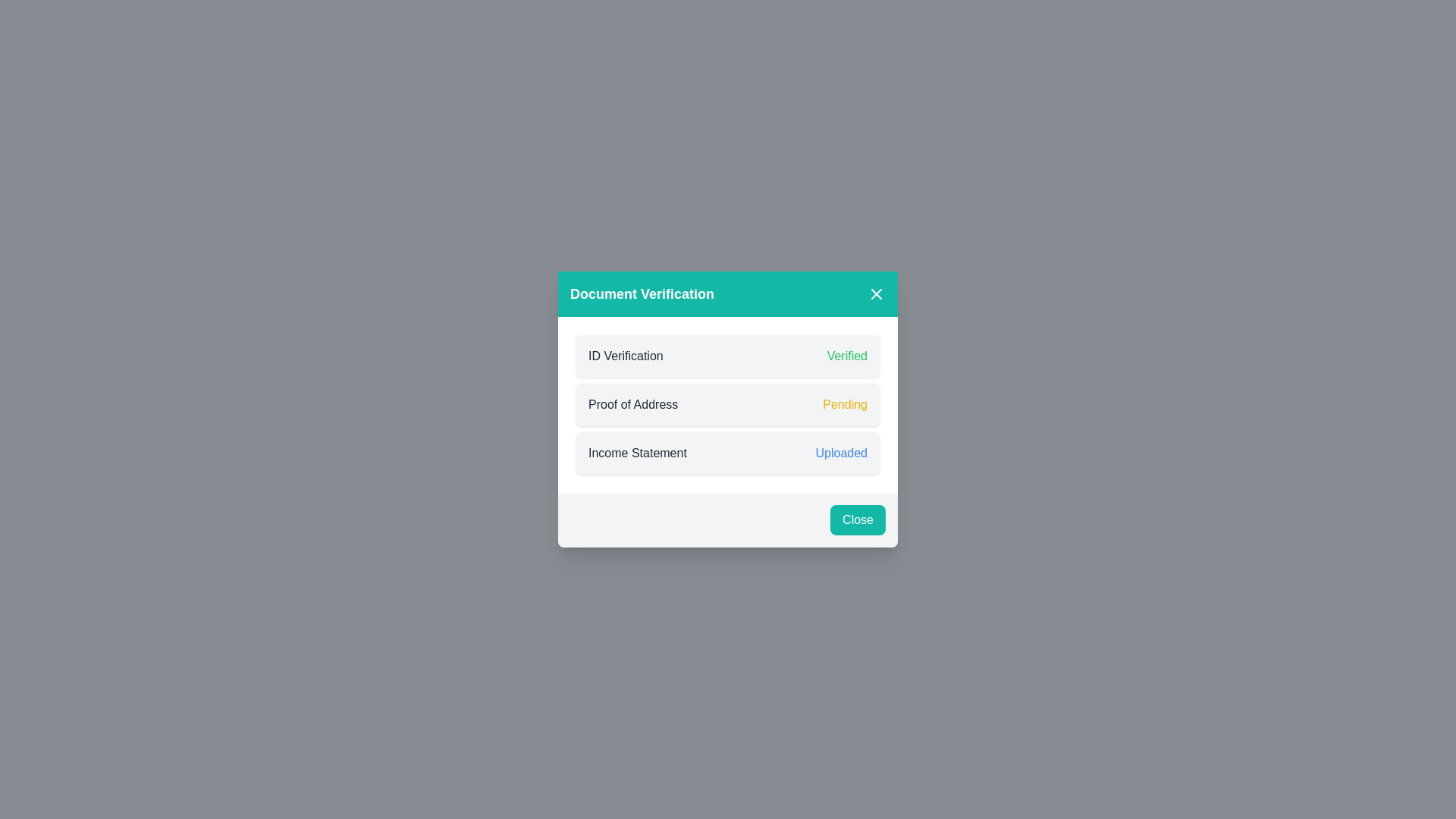  Describe the element at coordinates (728, 356) in the screenshot. I see `the Status display row which shows 'ID Verification' on the left and 'Verified' on the right, located within a card, above 'Proof of Address' and 'Income Statement'` at that location.